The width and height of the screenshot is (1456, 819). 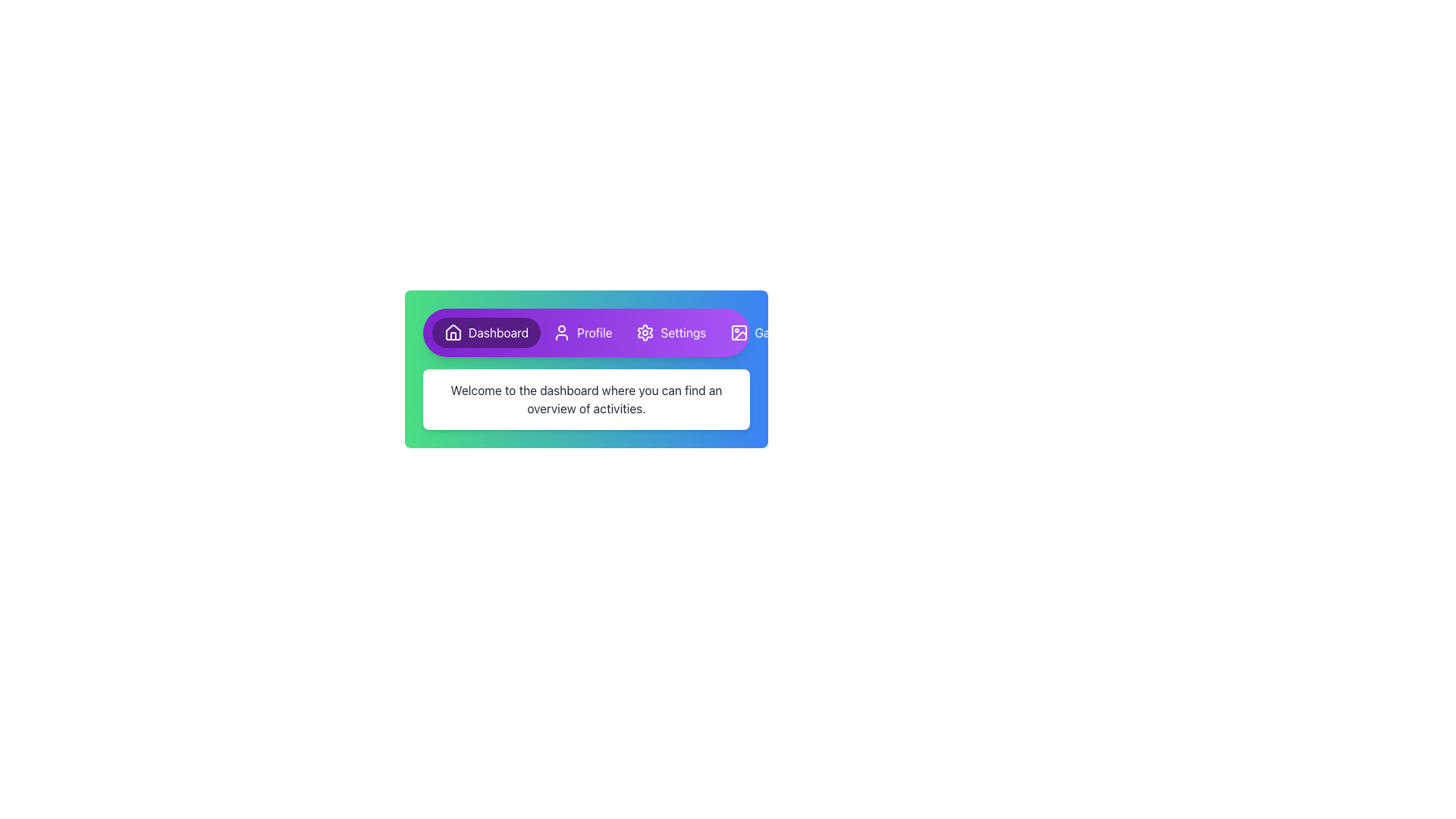 I want to click on the house icon with a white outline on a purple circular background, located to the left of the 'Dashboard' text in the purple navigation bar, so click(x=453, y=332).